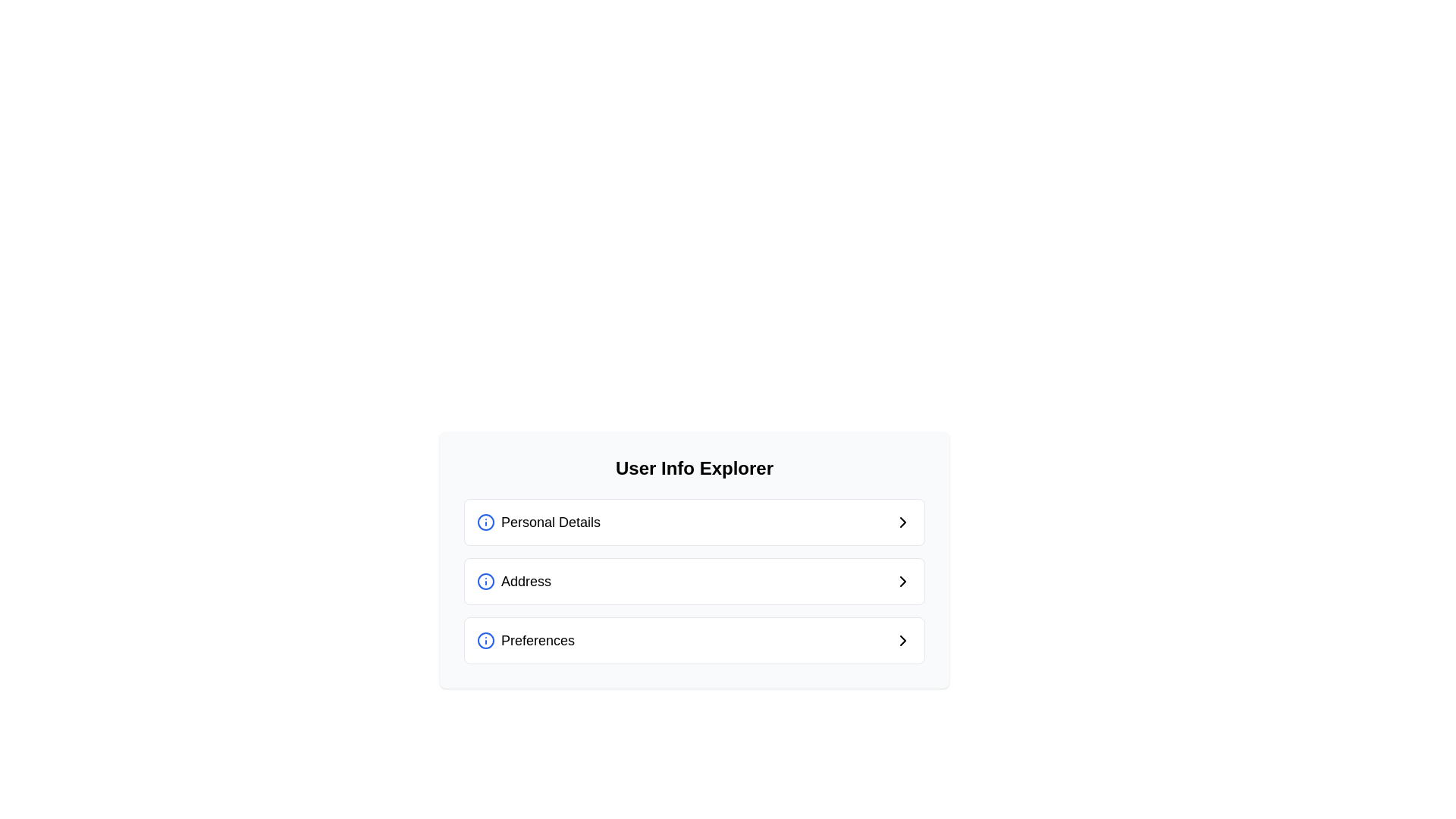 The height and width of the screenshot is (819, 1456). Describe the element at coordinates (486, 581) in the screenshot. I see `the Icon component (circle) that serves as a visual cue for the 'Address' section, positioned to the left of the 'Address' option in the list` at that location.